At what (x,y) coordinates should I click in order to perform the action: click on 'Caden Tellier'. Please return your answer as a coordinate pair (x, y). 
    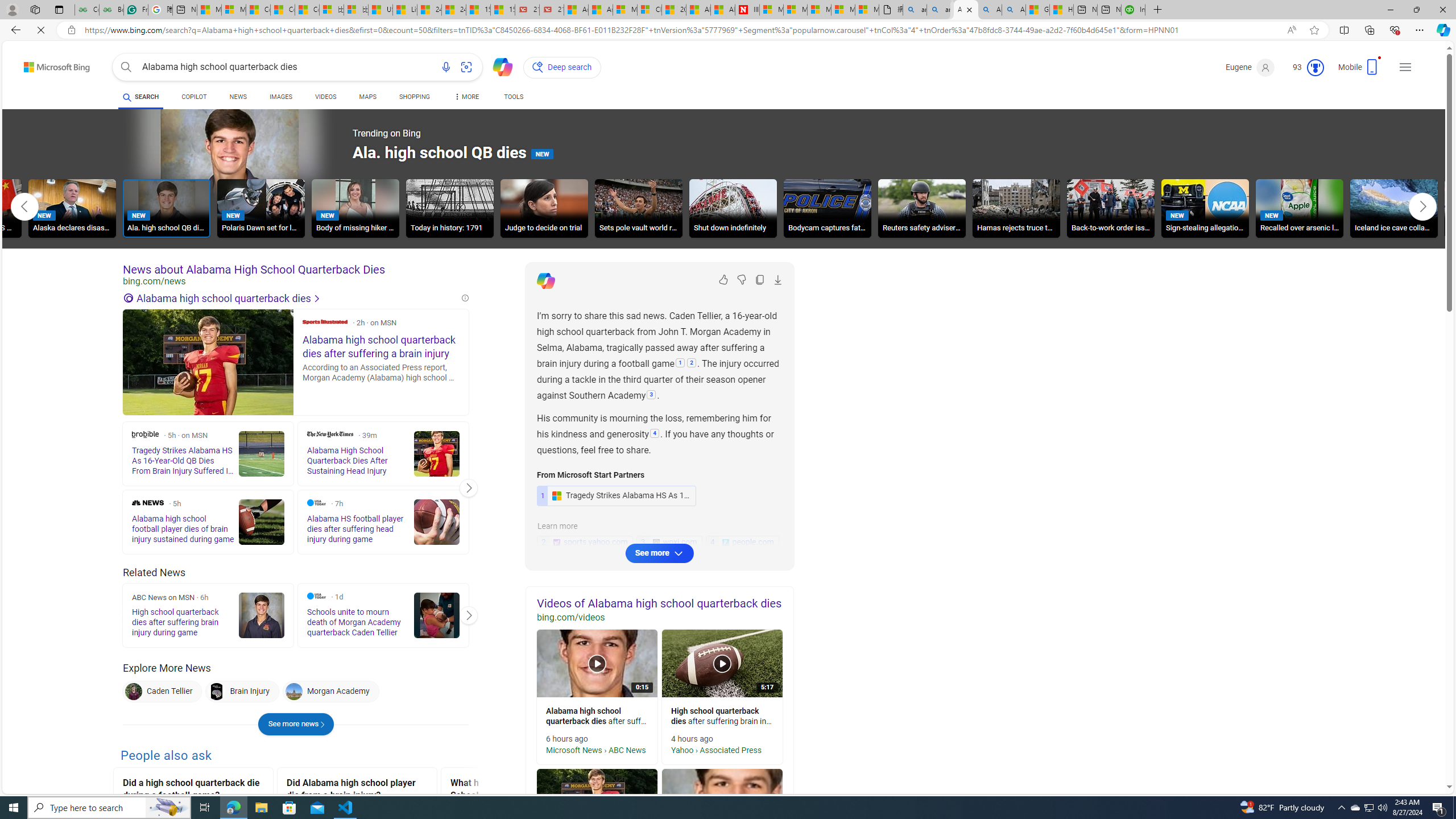
    Looking at the image, I should click on (134, 691).